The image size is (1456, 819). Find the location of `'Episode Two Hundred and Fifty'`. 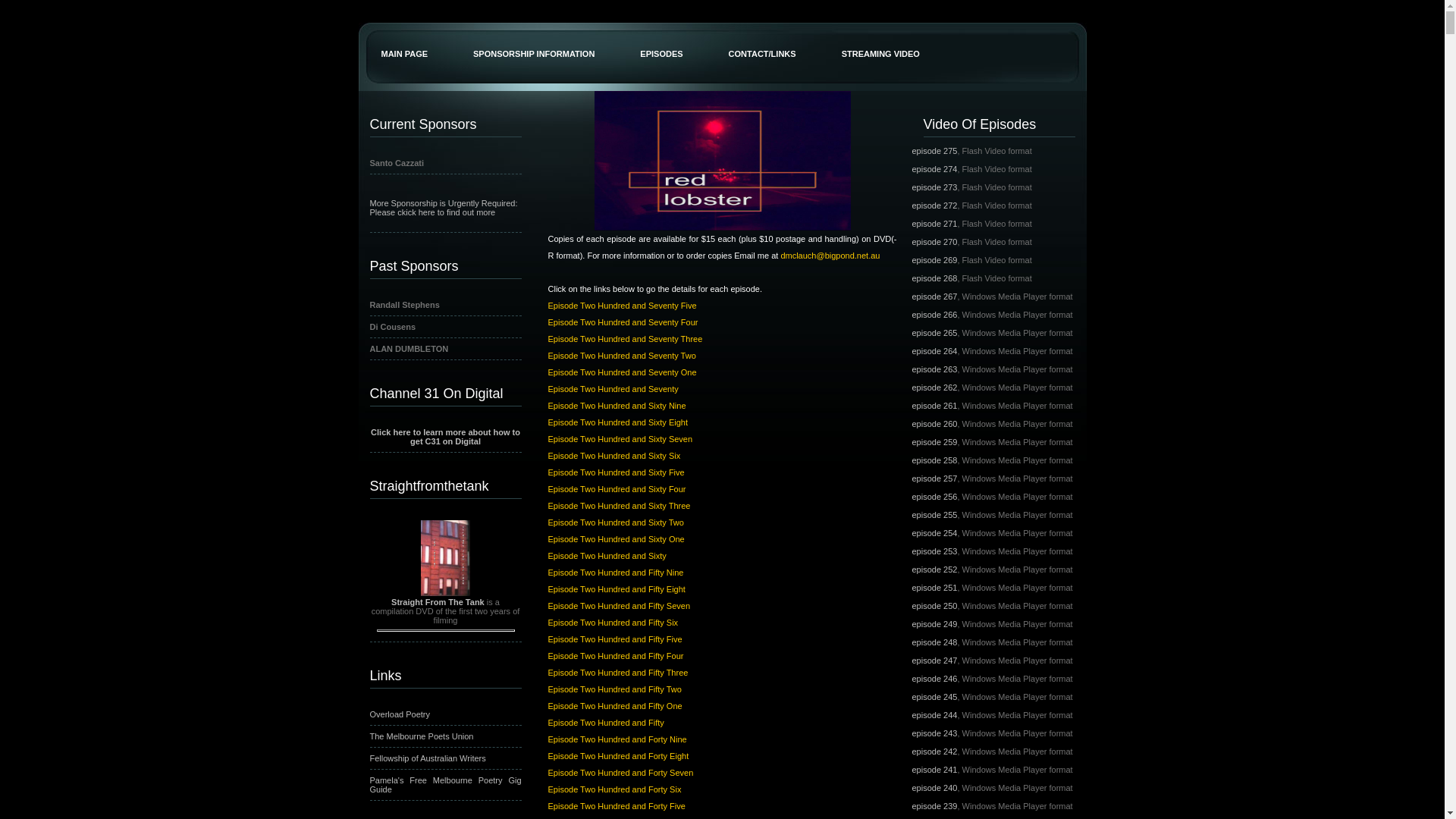

'Episode Two Hundred and Fifty' is located at coordinates (546, 721).